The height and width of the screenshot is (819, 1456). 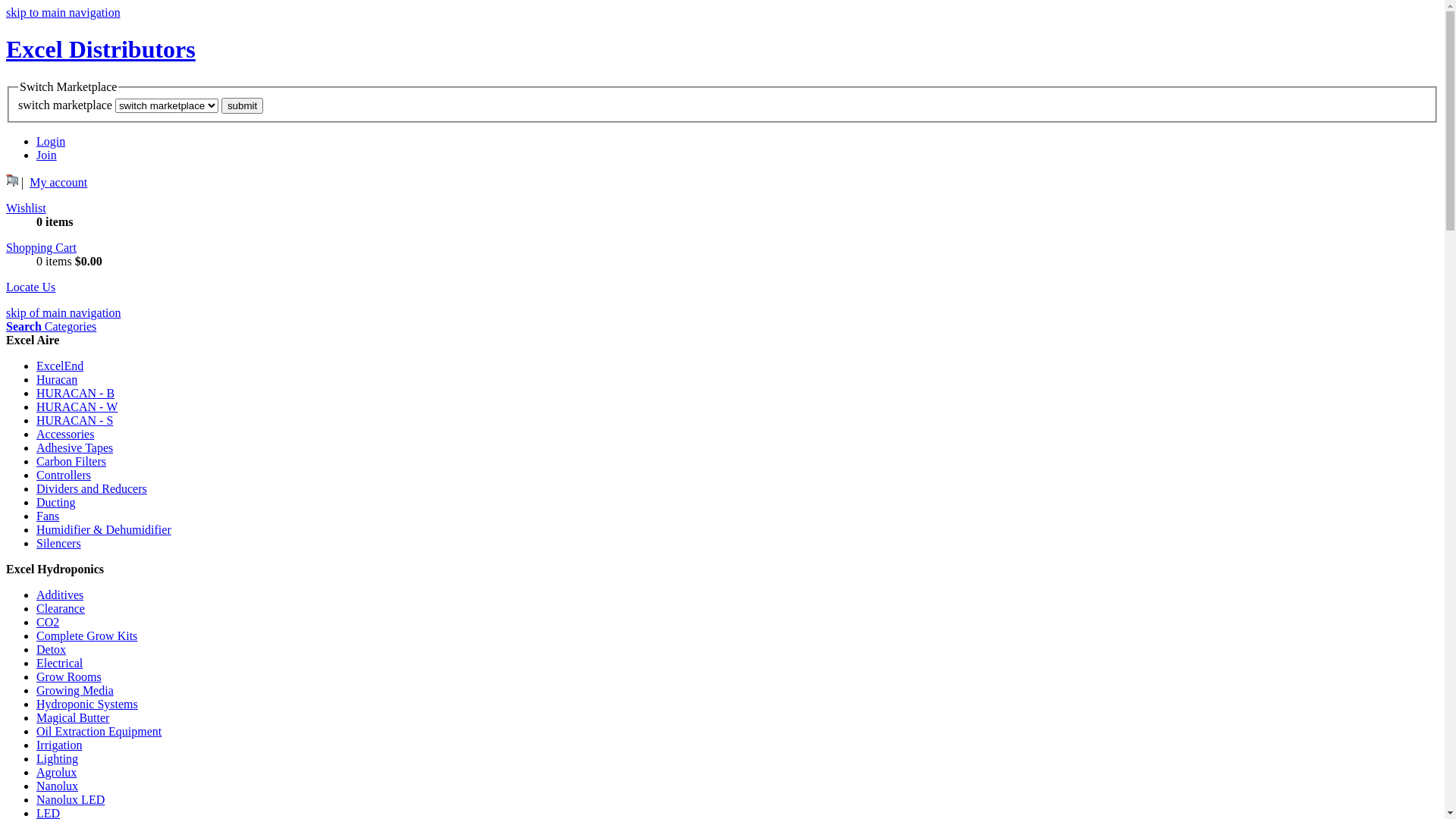 What do you see at coordinates (86, 635) in the screenshot?
I see `'Complete Grow Kits'` at bounding box center [86, 635].